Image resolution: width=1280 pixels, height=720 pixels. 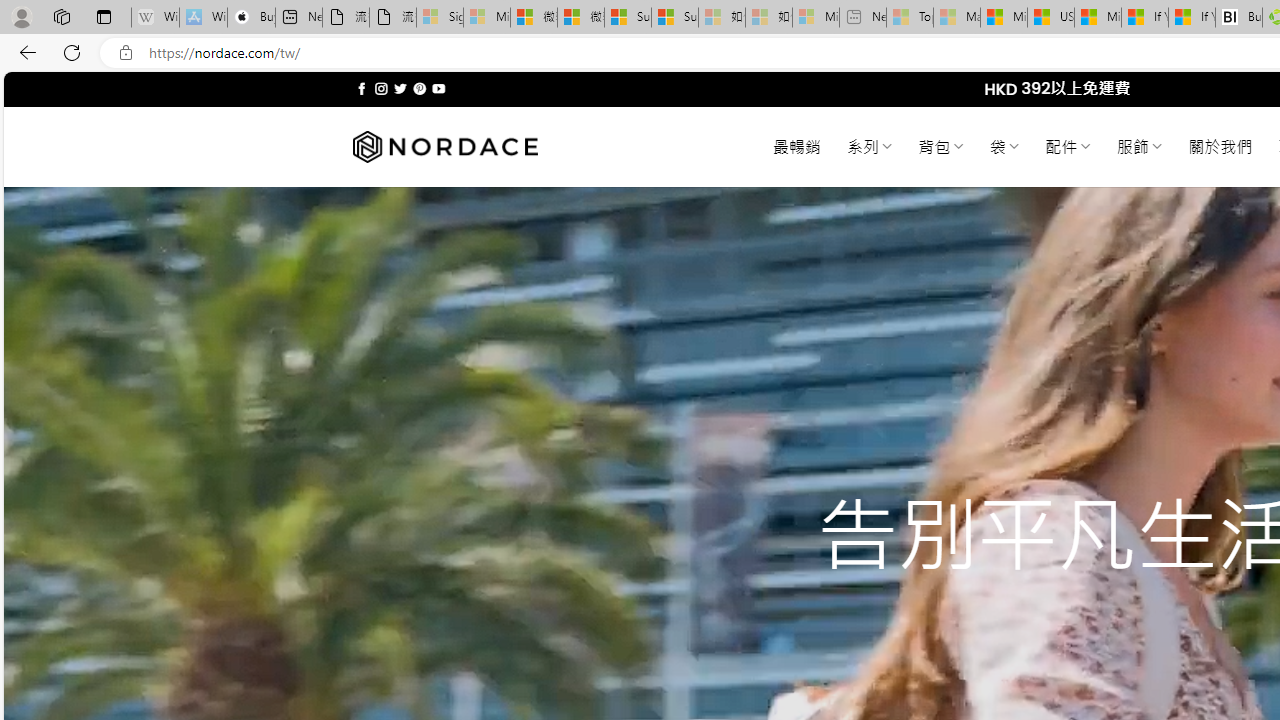 What do you see at coordinates (909, 17) in the screenshot?
I see `'Top Stories - MSN - Sleeping'` at bounding box center [909, 17].